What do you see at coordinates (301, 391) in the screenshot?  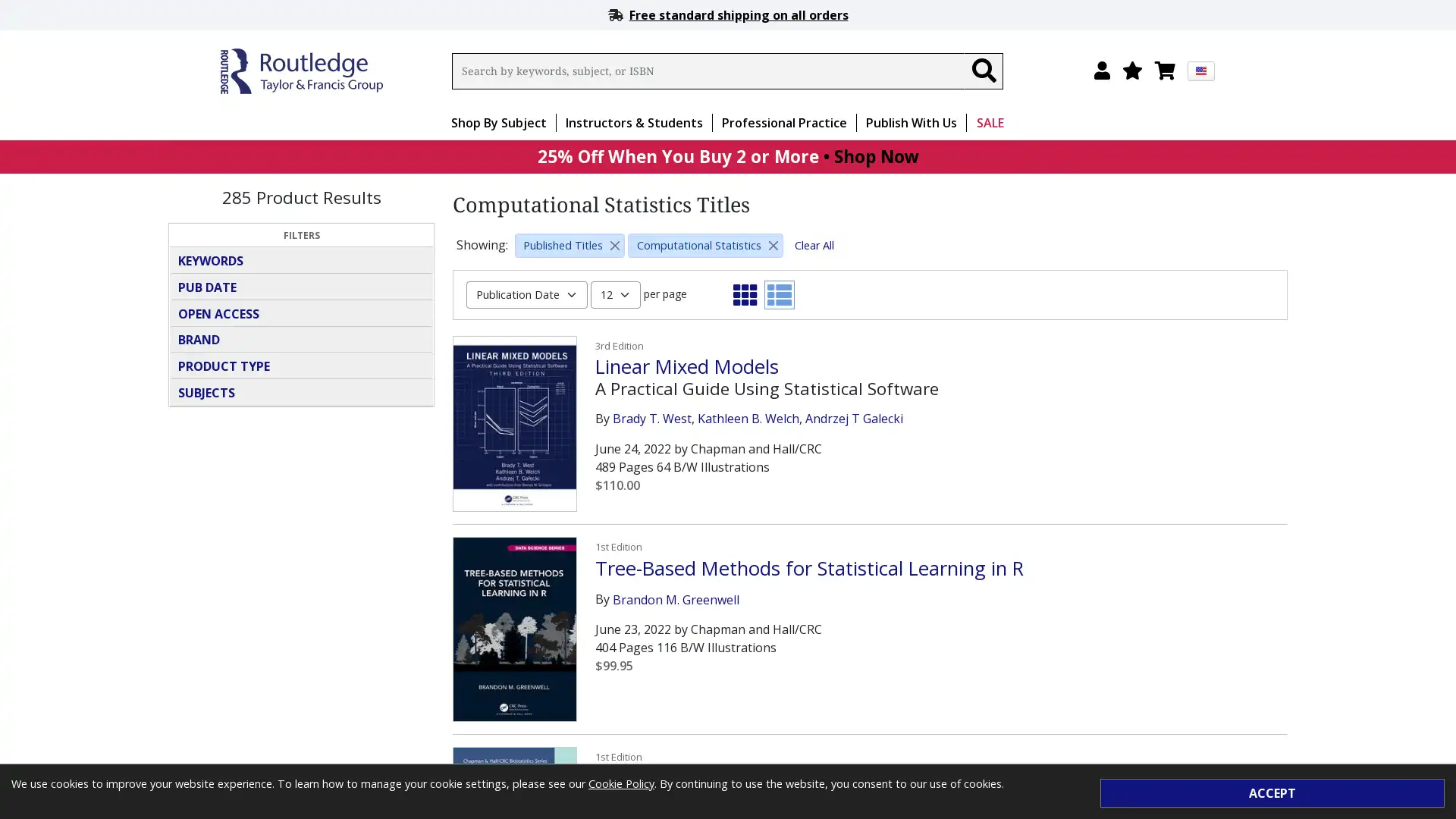 I see `SUBJECTS` at bounding box center [301, 391].